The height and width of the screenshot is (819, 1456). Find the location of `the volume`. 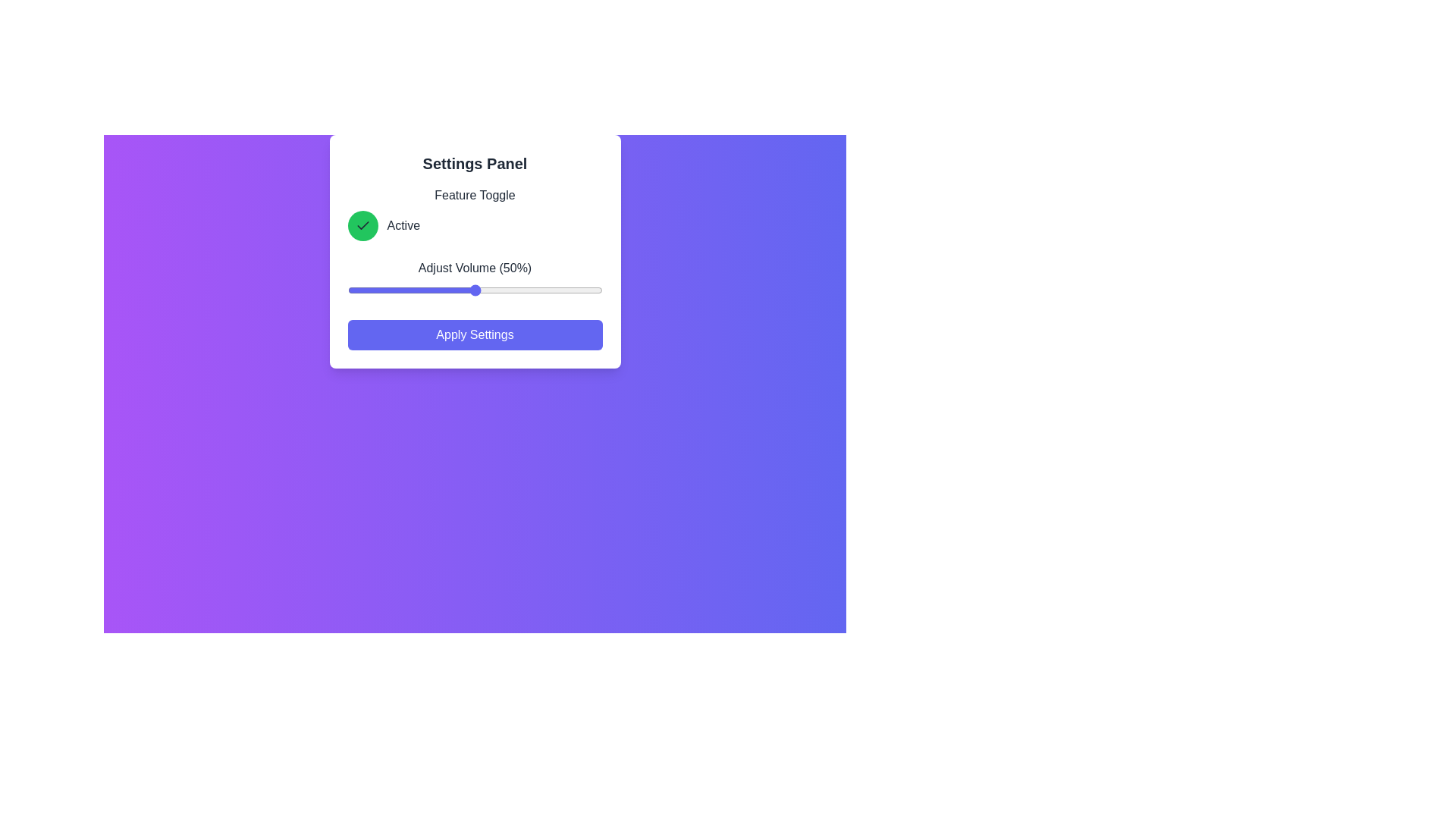

the volume is located at coordinates (599, 290).